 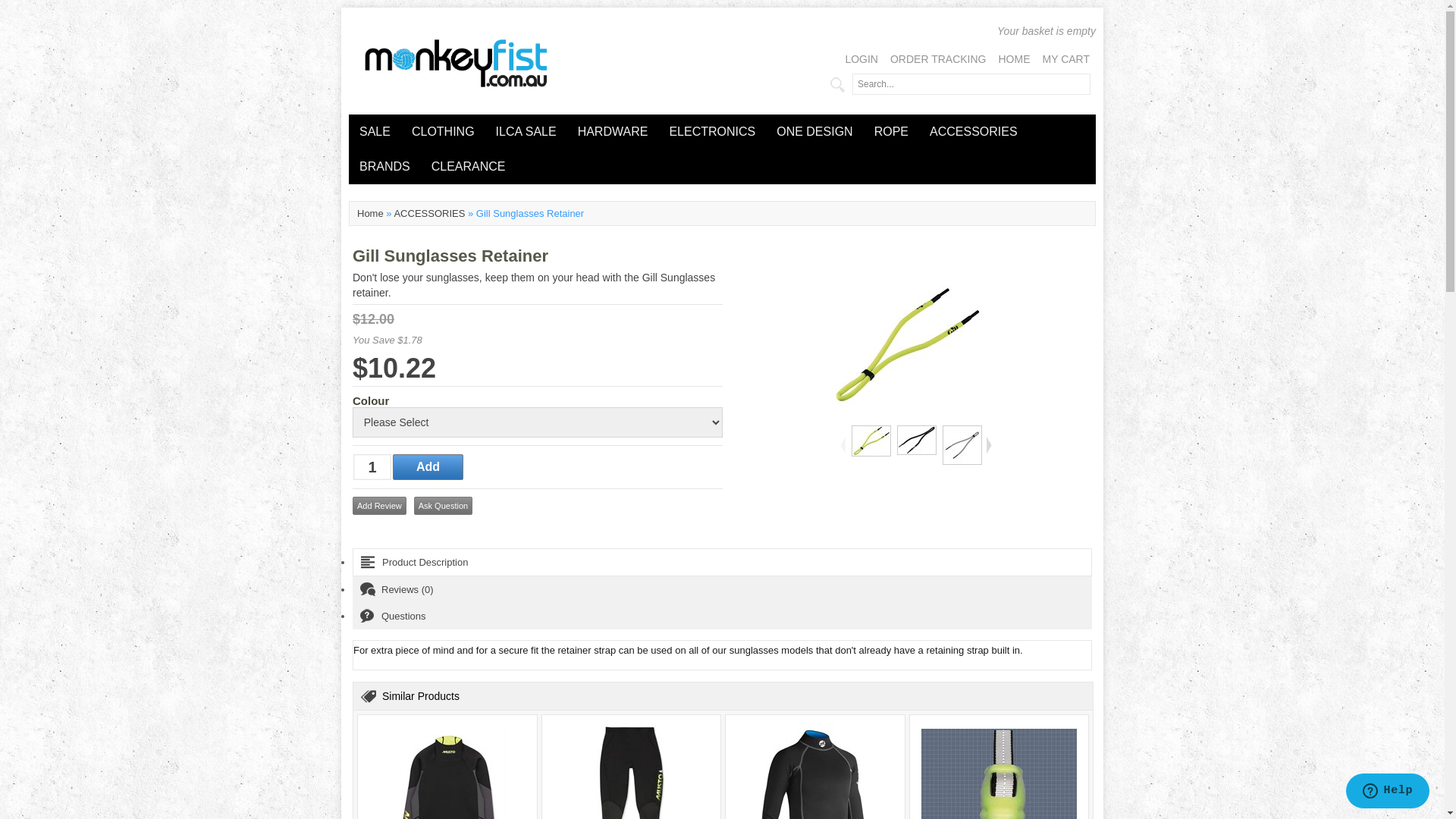 What do you see at coordinates (526, 130) in the screenshot?
I see `'ILCA SALE'` at bounding box center [526, 130].